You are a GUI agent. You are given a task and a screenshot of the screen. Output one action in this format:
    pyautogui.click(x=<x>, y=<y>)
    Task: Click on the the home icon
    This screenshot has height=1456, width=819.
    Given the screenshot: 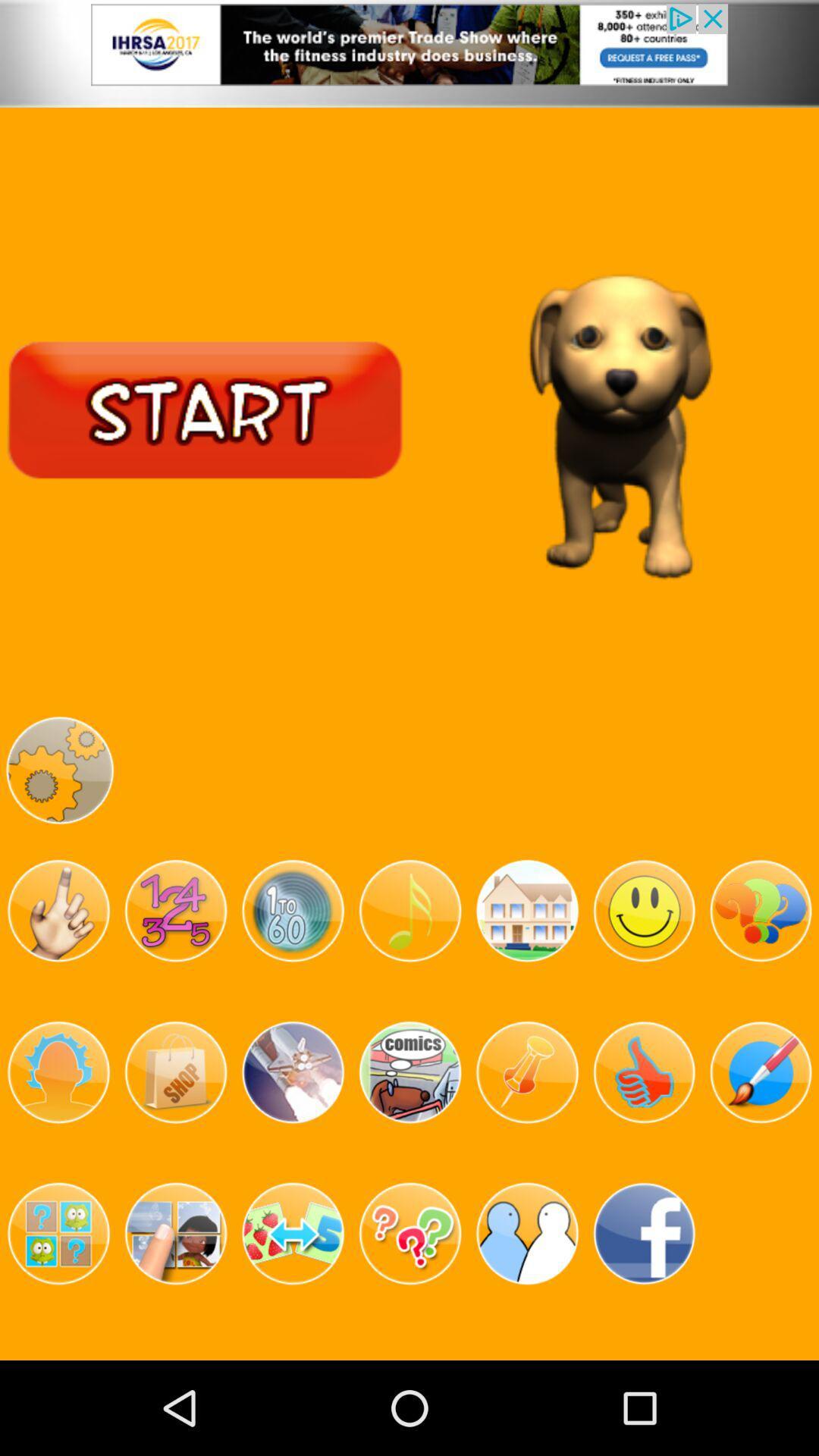 What is the action you would take?
    pyautogui.click(x=526, y=974)
    